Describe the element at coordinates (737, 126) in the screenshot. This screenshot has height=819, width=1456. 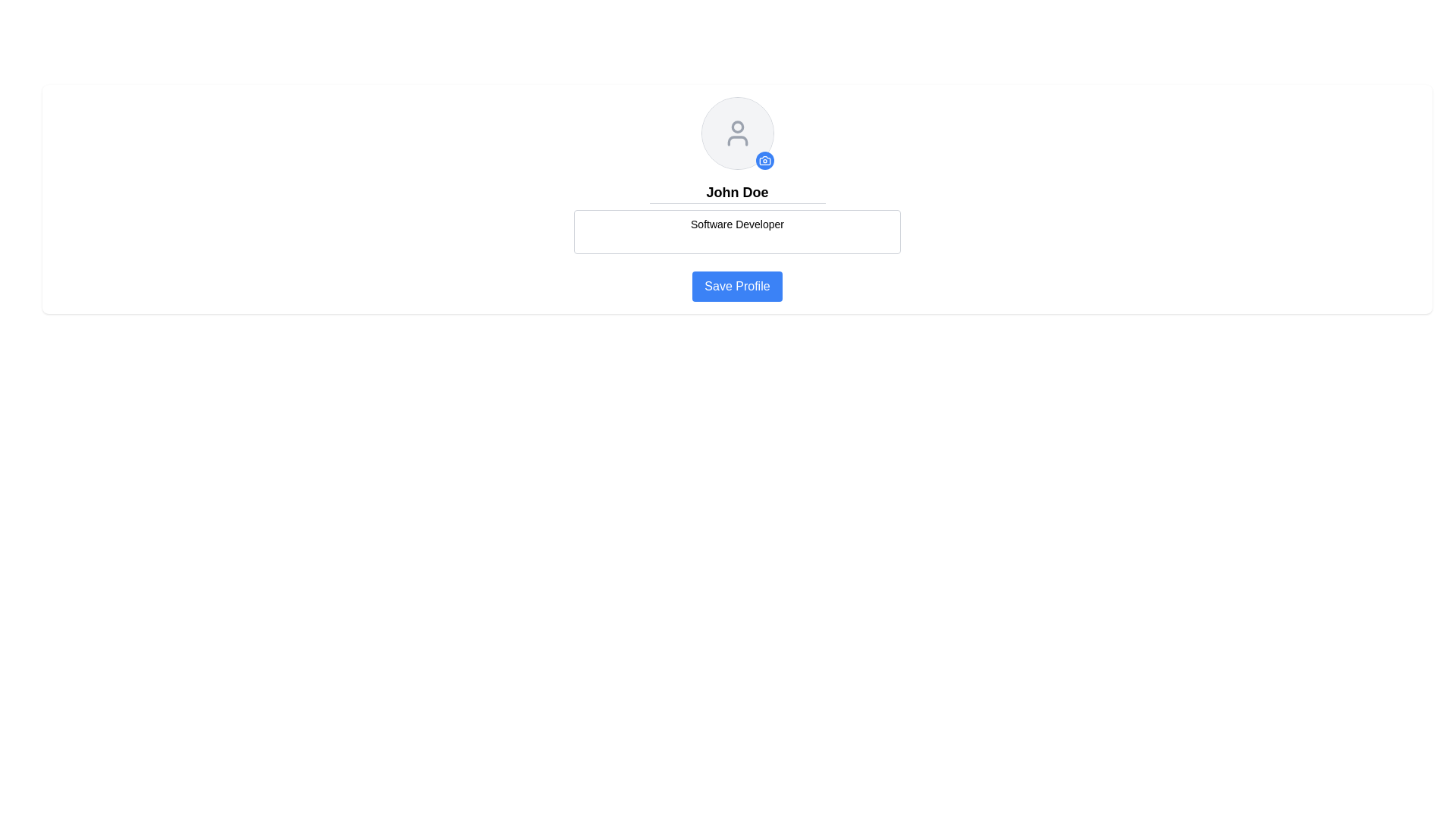
I see `the upper circular part of the user profile icon representing 'John Doe'` at that location.